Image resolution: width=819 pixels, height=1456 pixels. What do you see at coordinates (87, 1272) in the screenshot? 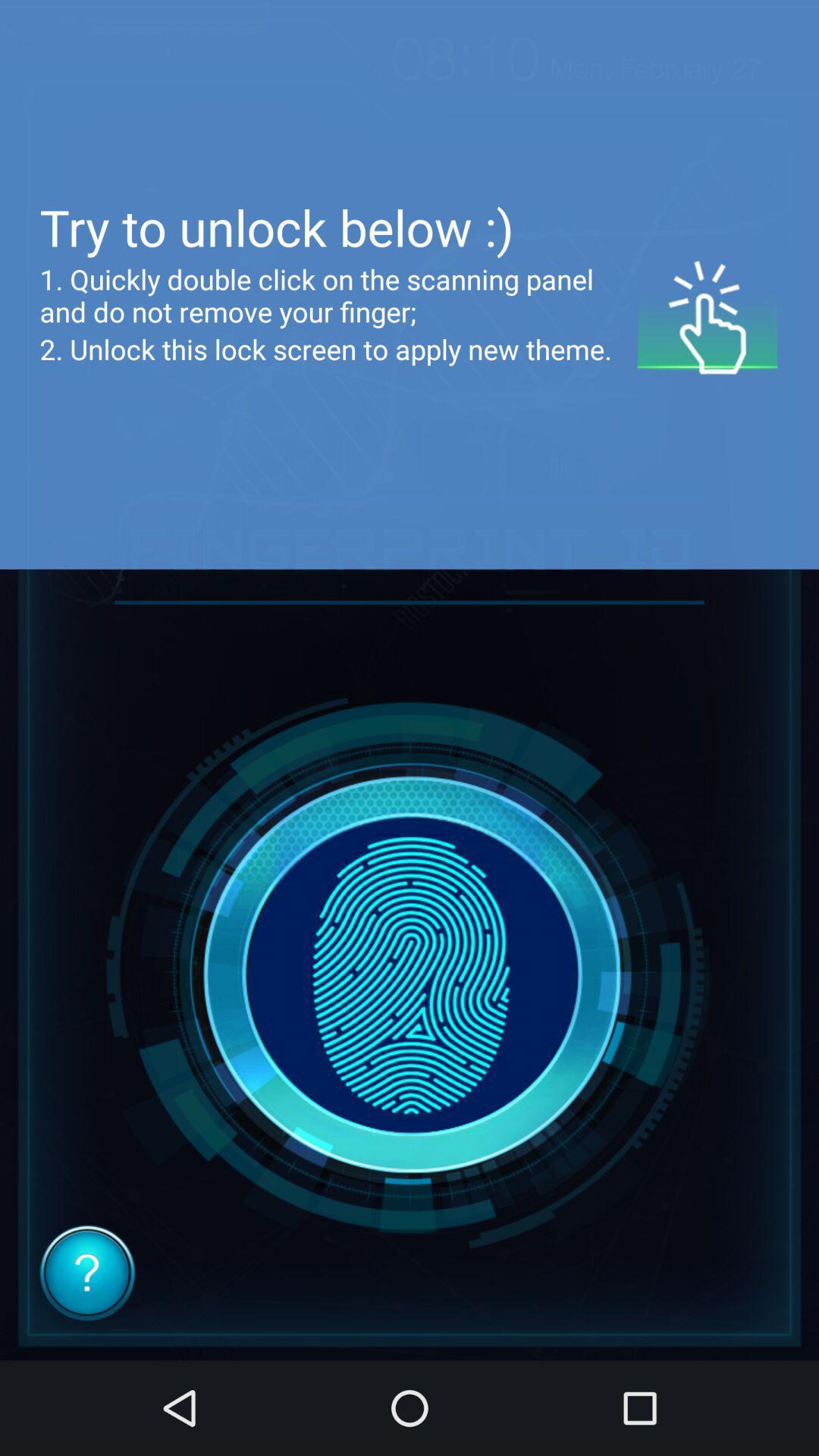
I see `the help icon` at bounding box center [87, 1272].